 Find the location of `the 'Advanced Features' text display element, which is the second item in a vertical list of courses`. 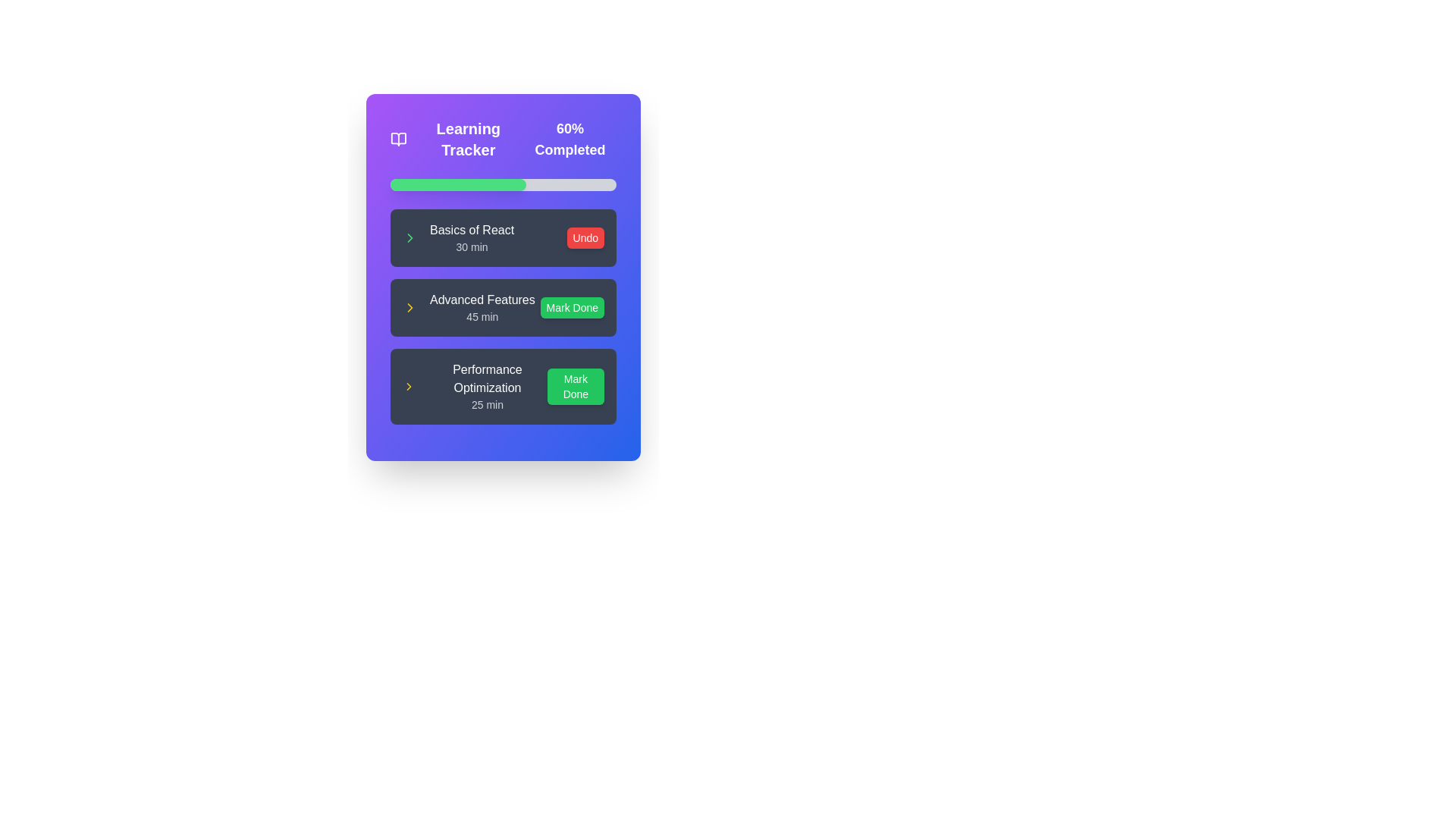

the 'Advanced Features' text display element, which is the second item in a vertical list of courses is located at coordinates (482, 307).